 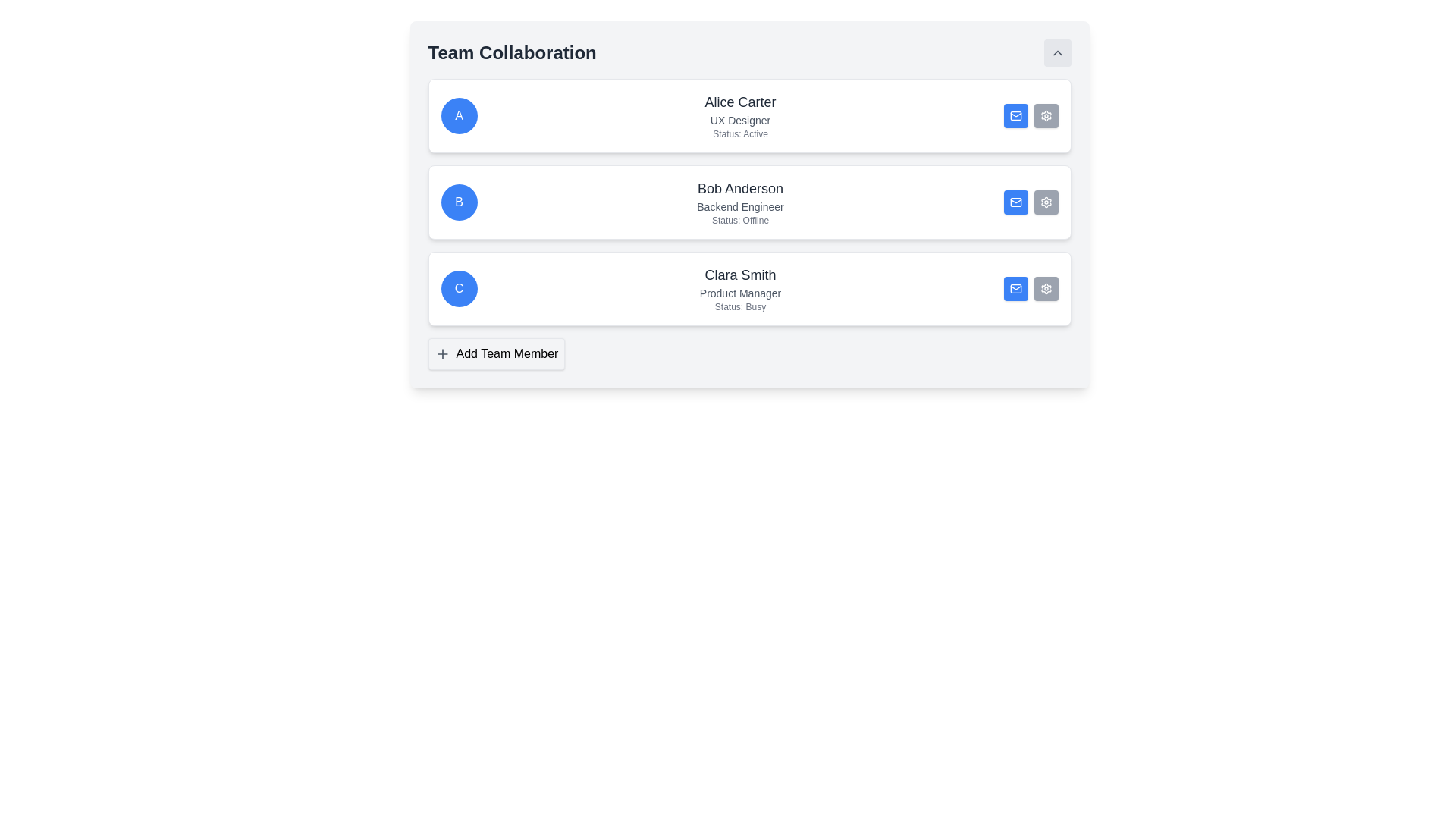 What do you see at coordinates (1015, 115) in the screenshot?
I see `the decorative rectangular shape with rounded corners within the blue mail icon, which is positioned to the right of 'Alice Carter, UX Designer, Status: Active'` at bounding box center [1015, 115].